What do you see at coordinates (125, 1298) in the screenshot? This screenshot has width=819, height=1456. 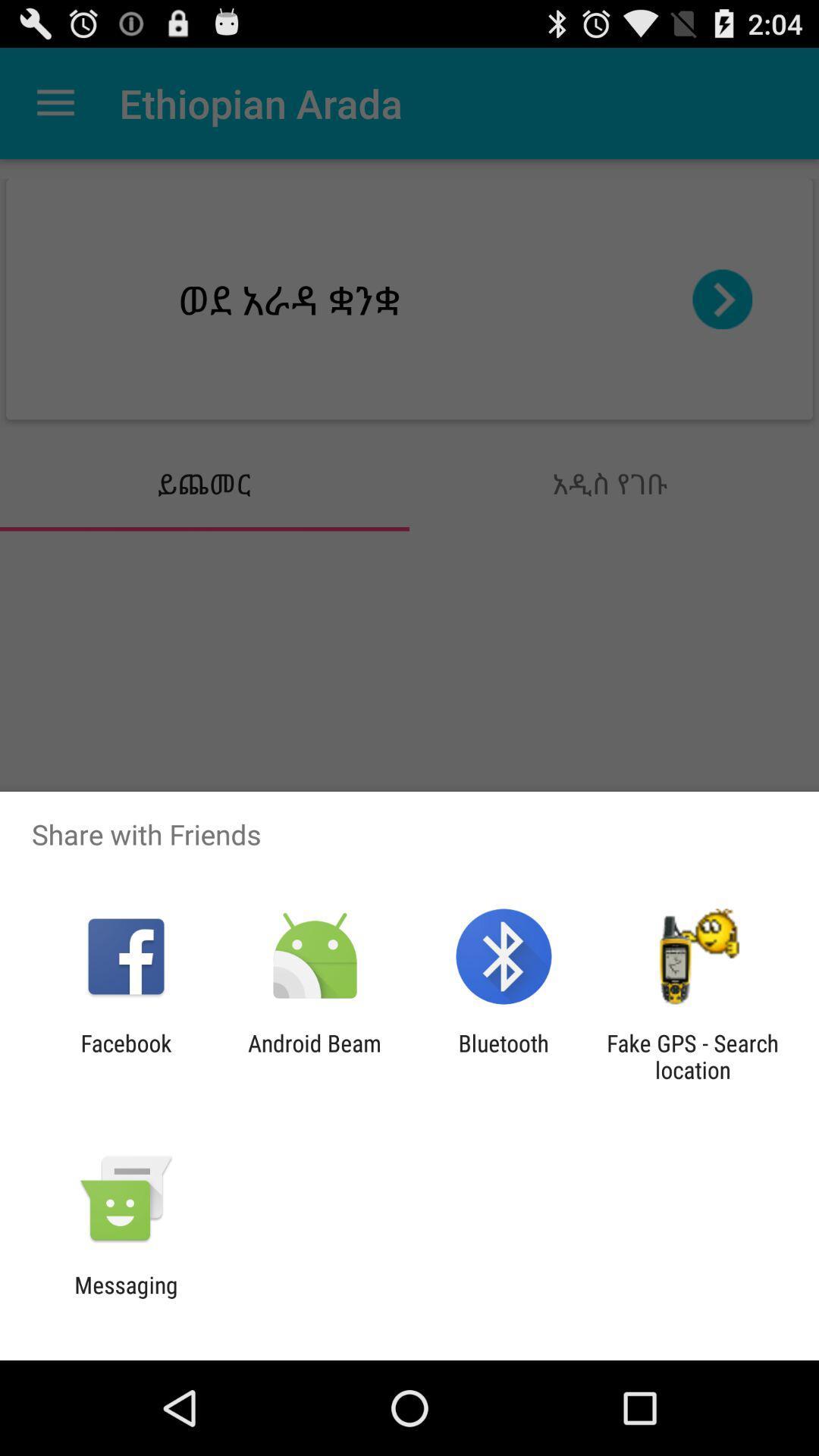 I see `messaging app` at bounding box center [125, 1298].